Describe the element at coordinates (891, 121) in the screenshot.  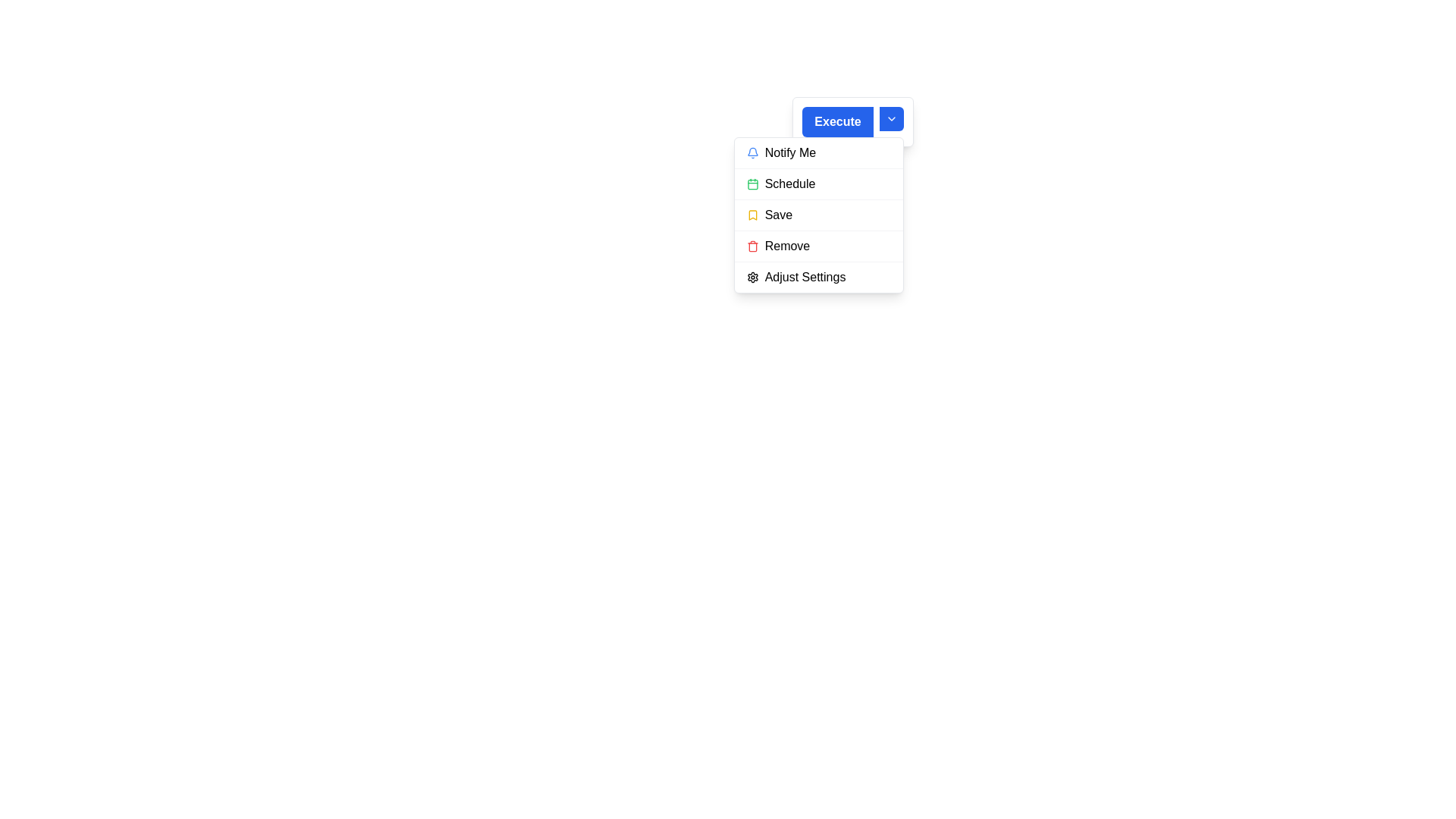
I see `the dropdown indicator icon, which is a small downward arrow located to the right of the 'Execute' button` at that location.